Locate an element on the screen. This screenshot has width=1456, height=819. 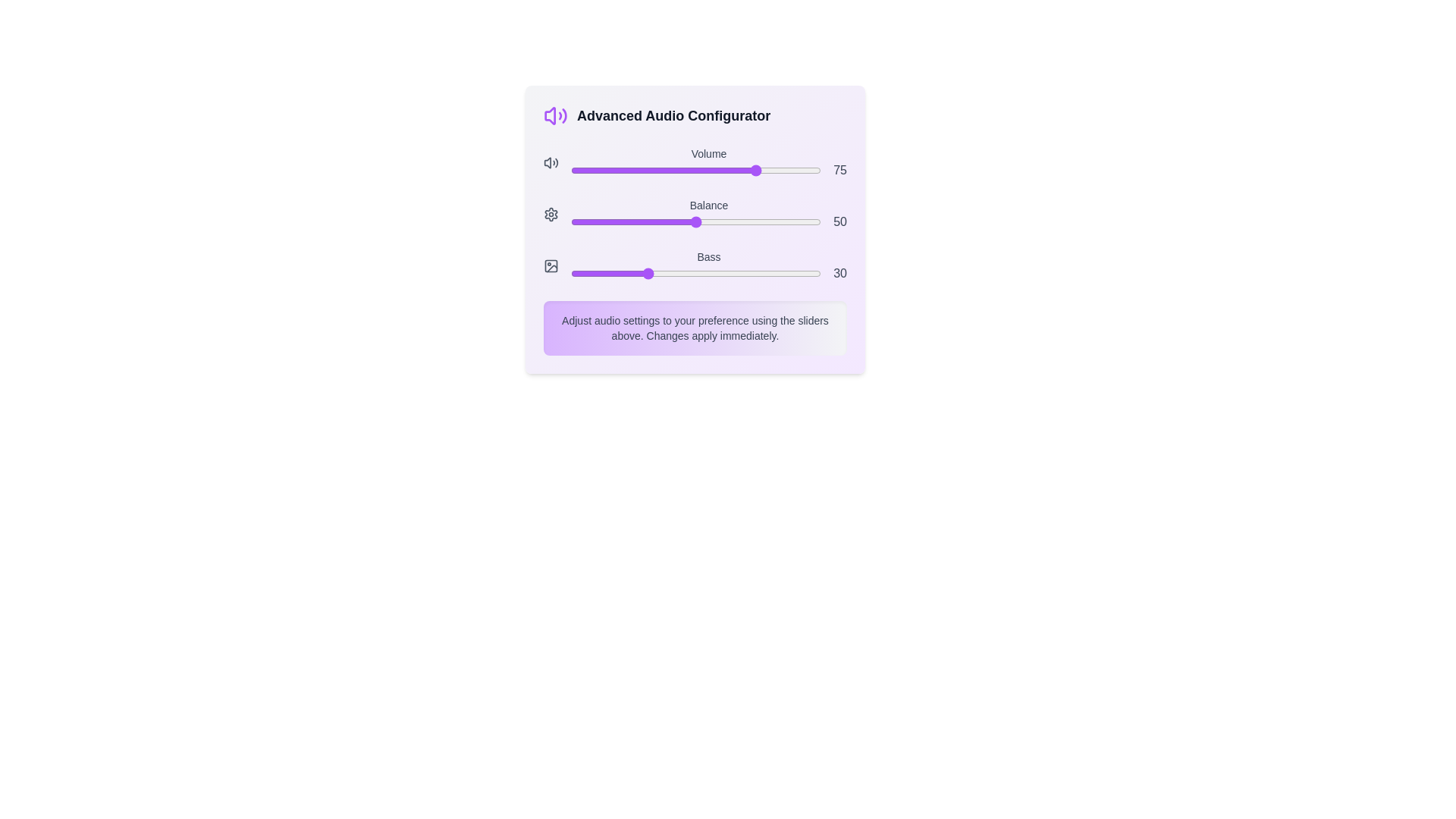
the Bass slider to 48 is located at coordinates (690, 274).